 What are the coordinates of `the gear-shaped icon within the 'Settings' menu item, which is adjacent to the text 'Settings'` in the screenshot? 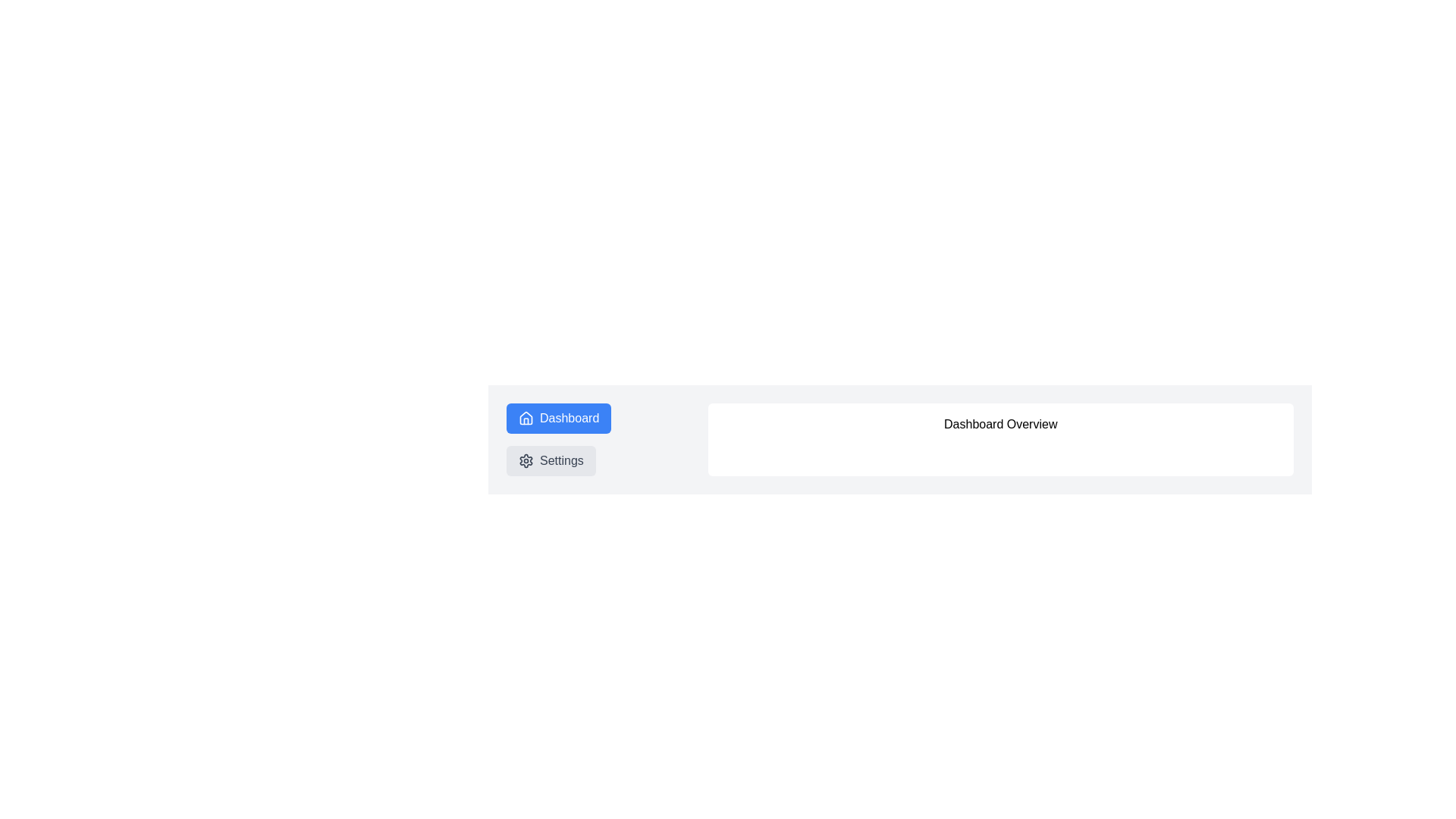 It's located at (526, 460).